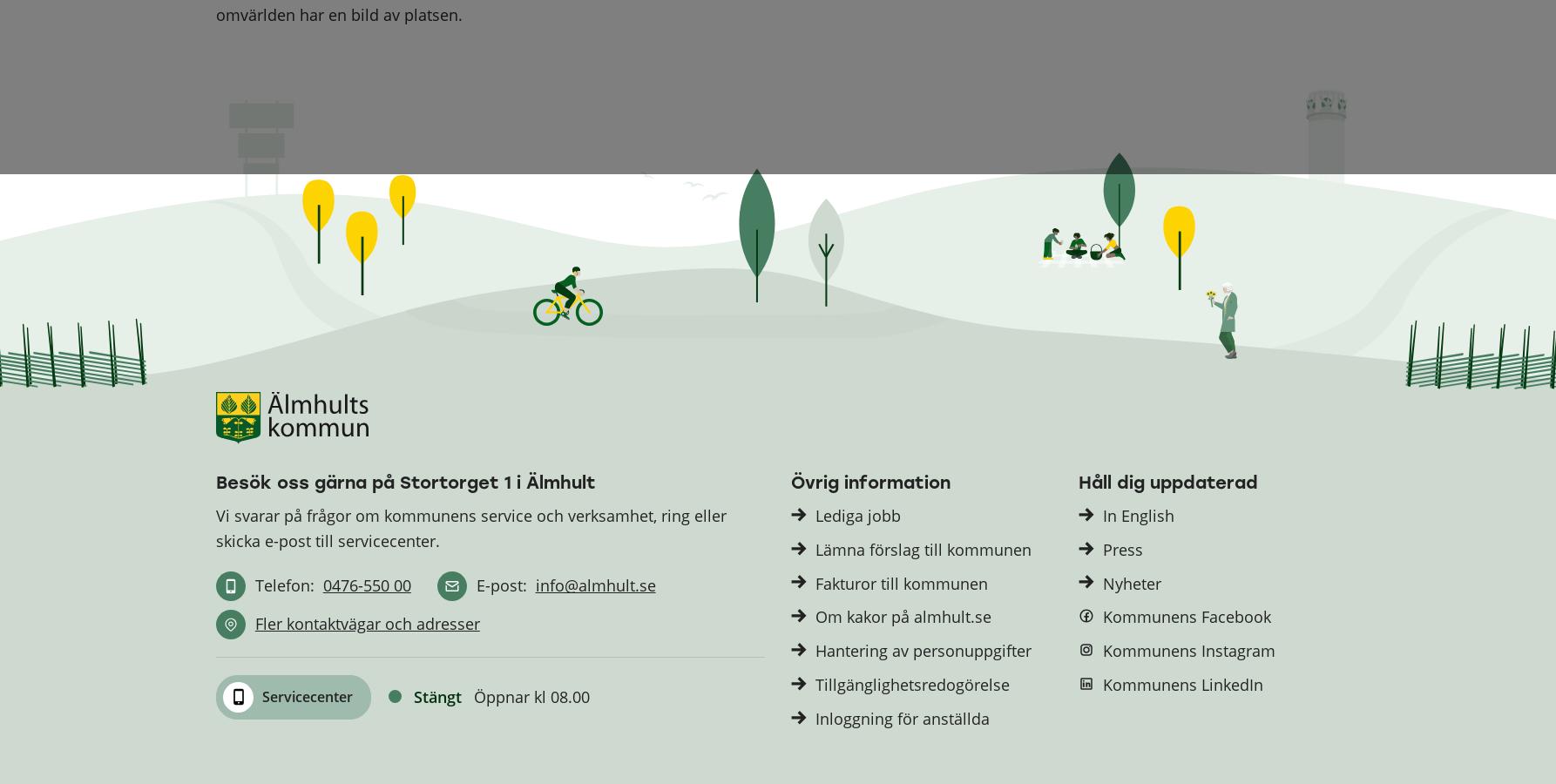 The image size is (1556, 784). Describe the element at coordinates (254, 585) in the screenshot. I see `'Telefon:'` at that location.